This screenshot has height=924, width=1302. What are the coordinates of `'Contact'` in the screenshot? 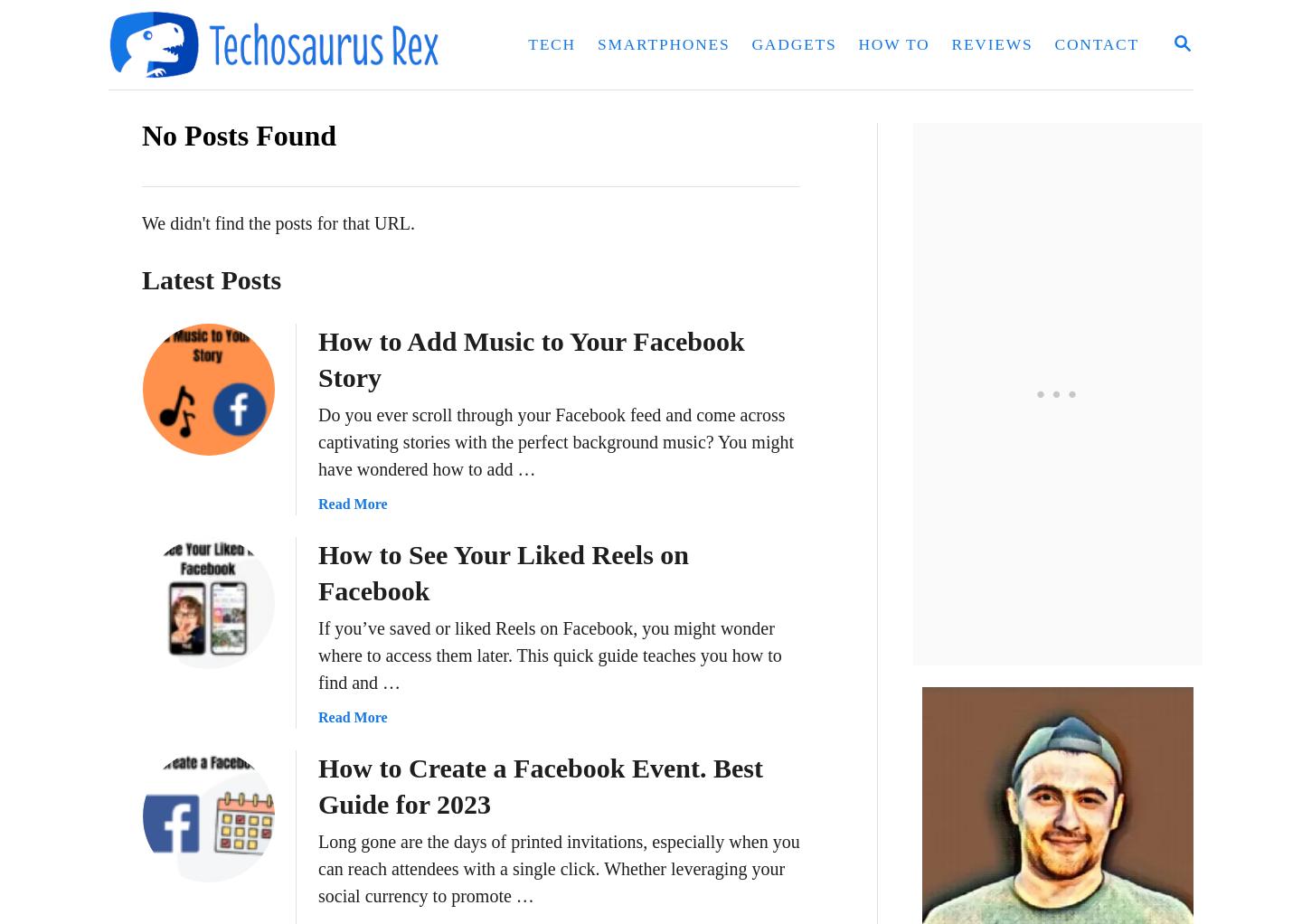 It's located at (1096, 43).